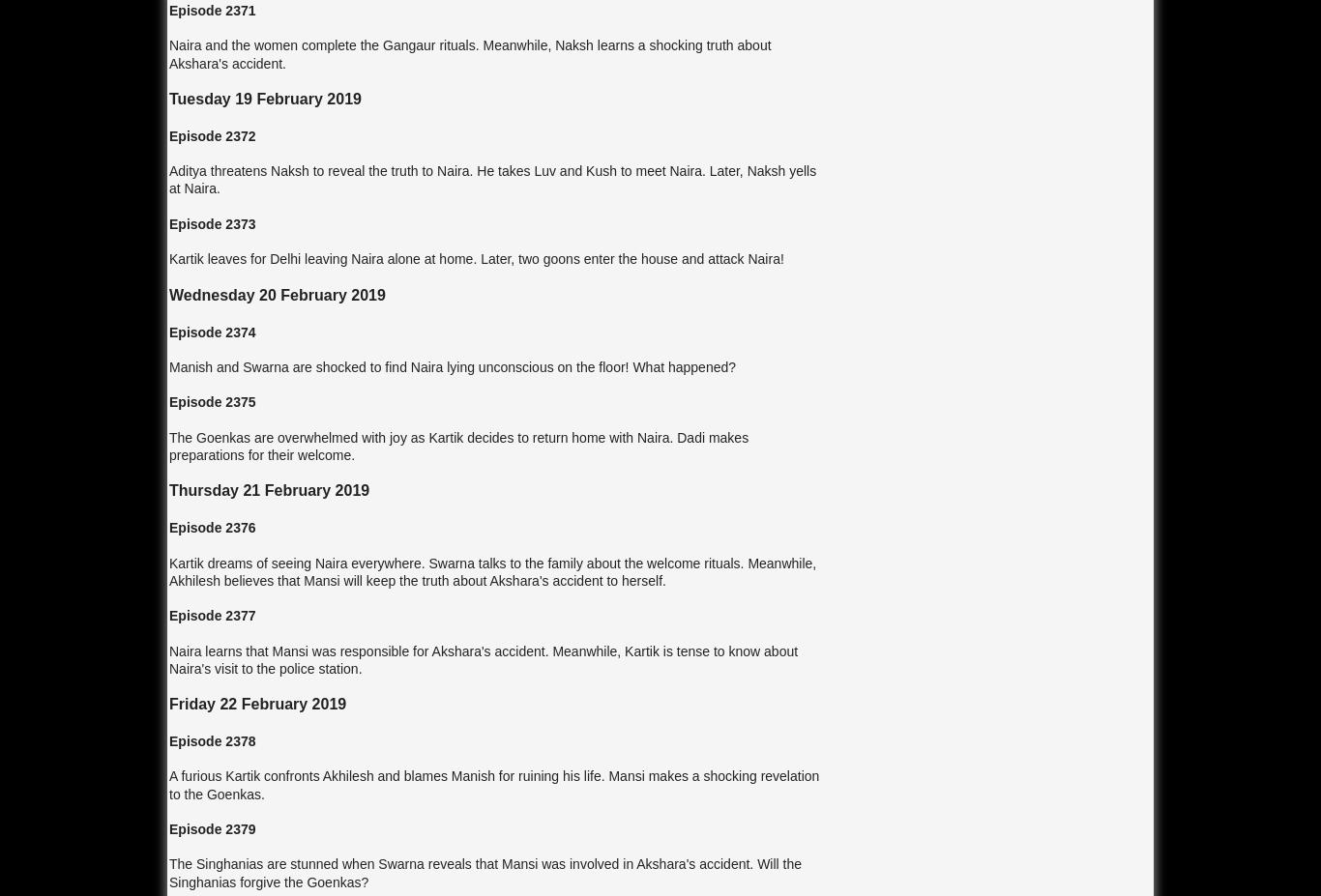  Describe the element at coordinates (492, 570) in the screenshot. I see `'Kartik dreams of seeing Naira everywhere. Swarna talks to the family about the welcome rituals. Meanwhile, Akhilesh believes that Mansi will keep the truth about Akshara's accident to herself.'` at that location.